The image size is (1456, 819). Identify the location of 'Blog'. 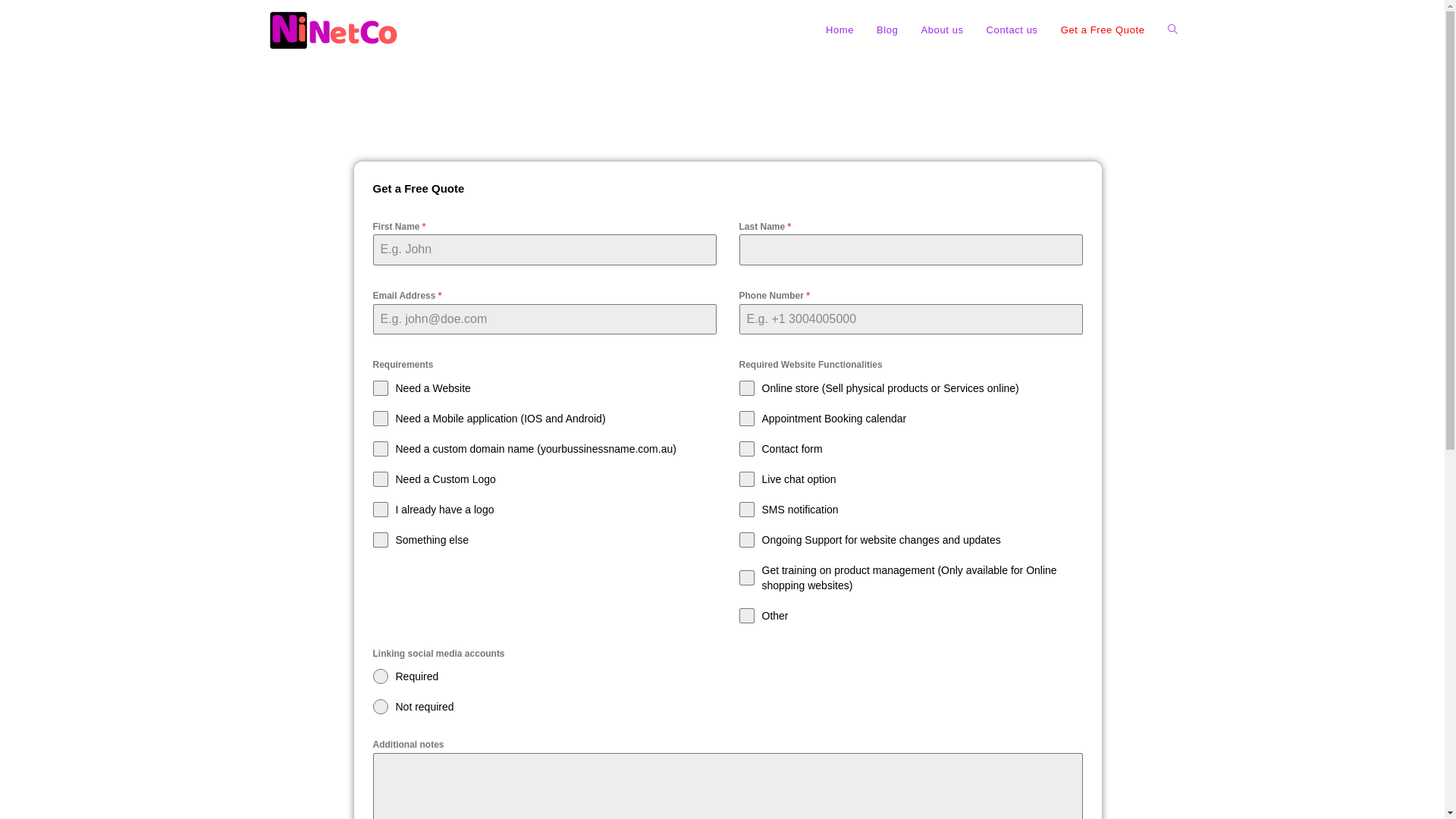
(887, 30).